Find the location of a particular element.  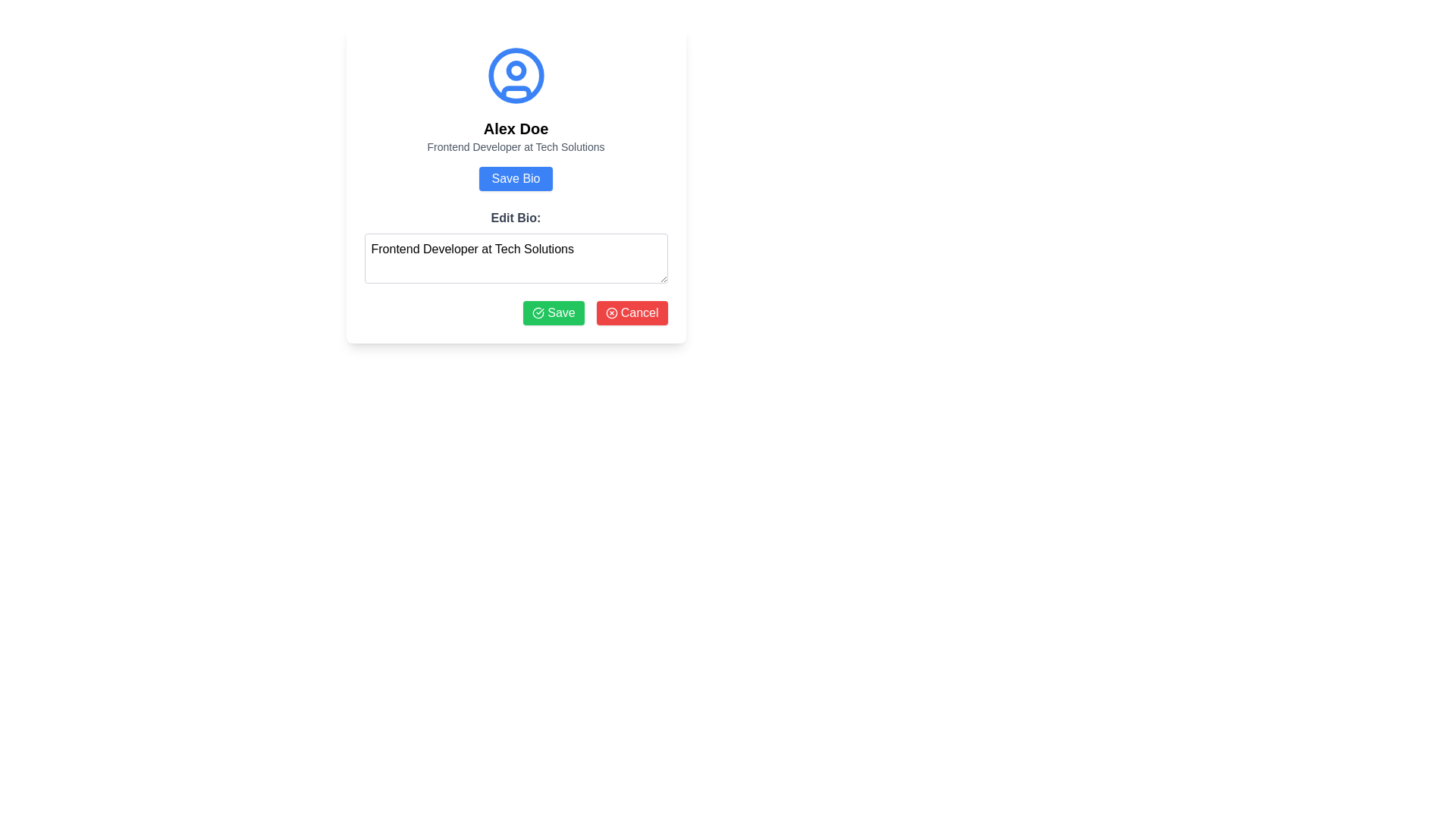

the icon detail located at the bottom of the circular user avatar on the profile card, which adds visual representation and functionality to the user icon is located at coordinates (516, 93).